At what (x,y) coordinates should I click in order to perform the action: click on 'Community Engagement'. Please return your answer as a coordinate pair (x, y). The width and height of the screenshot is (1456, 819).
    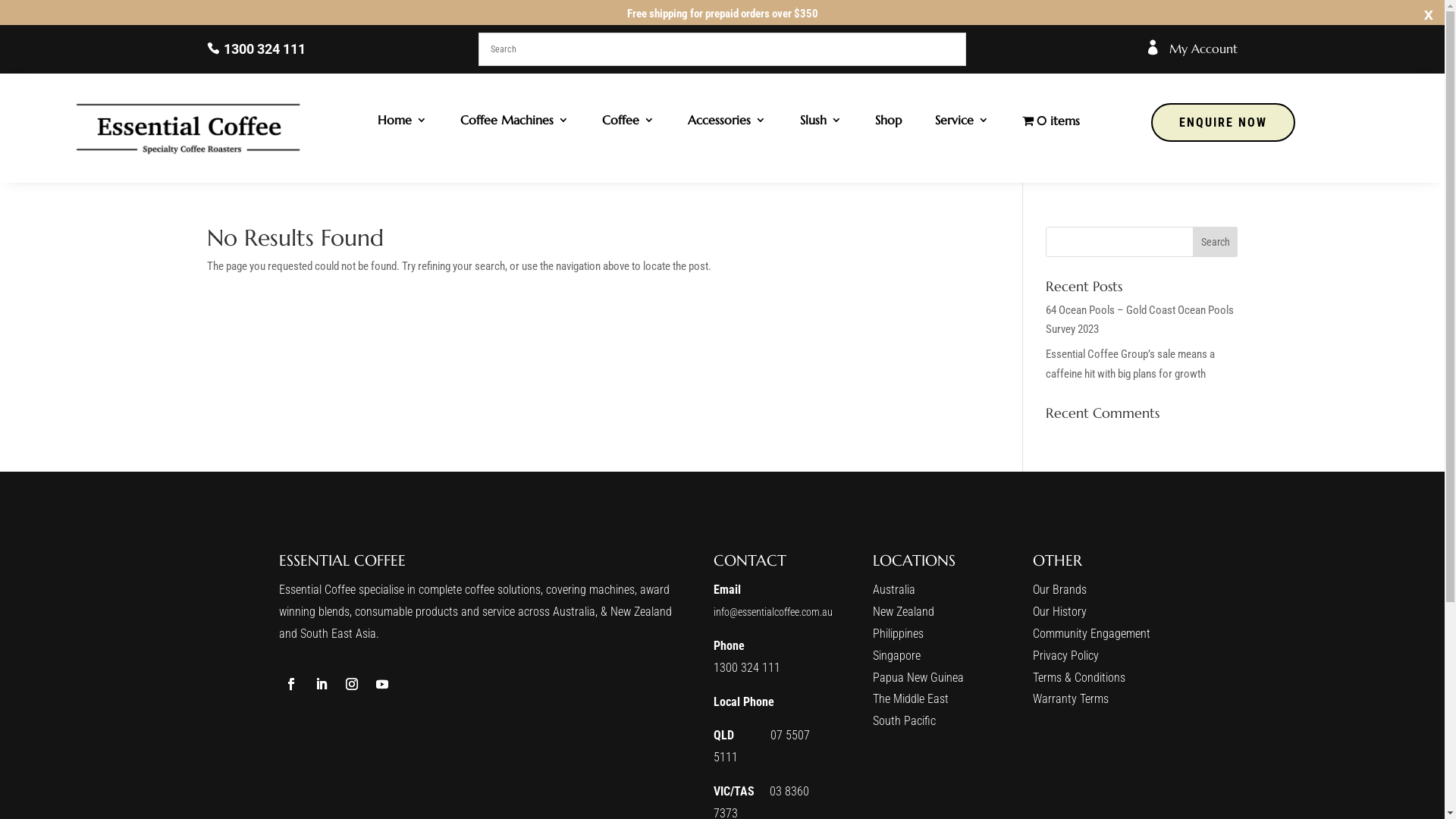
    Looking at the image, I should click on (1032, 633).